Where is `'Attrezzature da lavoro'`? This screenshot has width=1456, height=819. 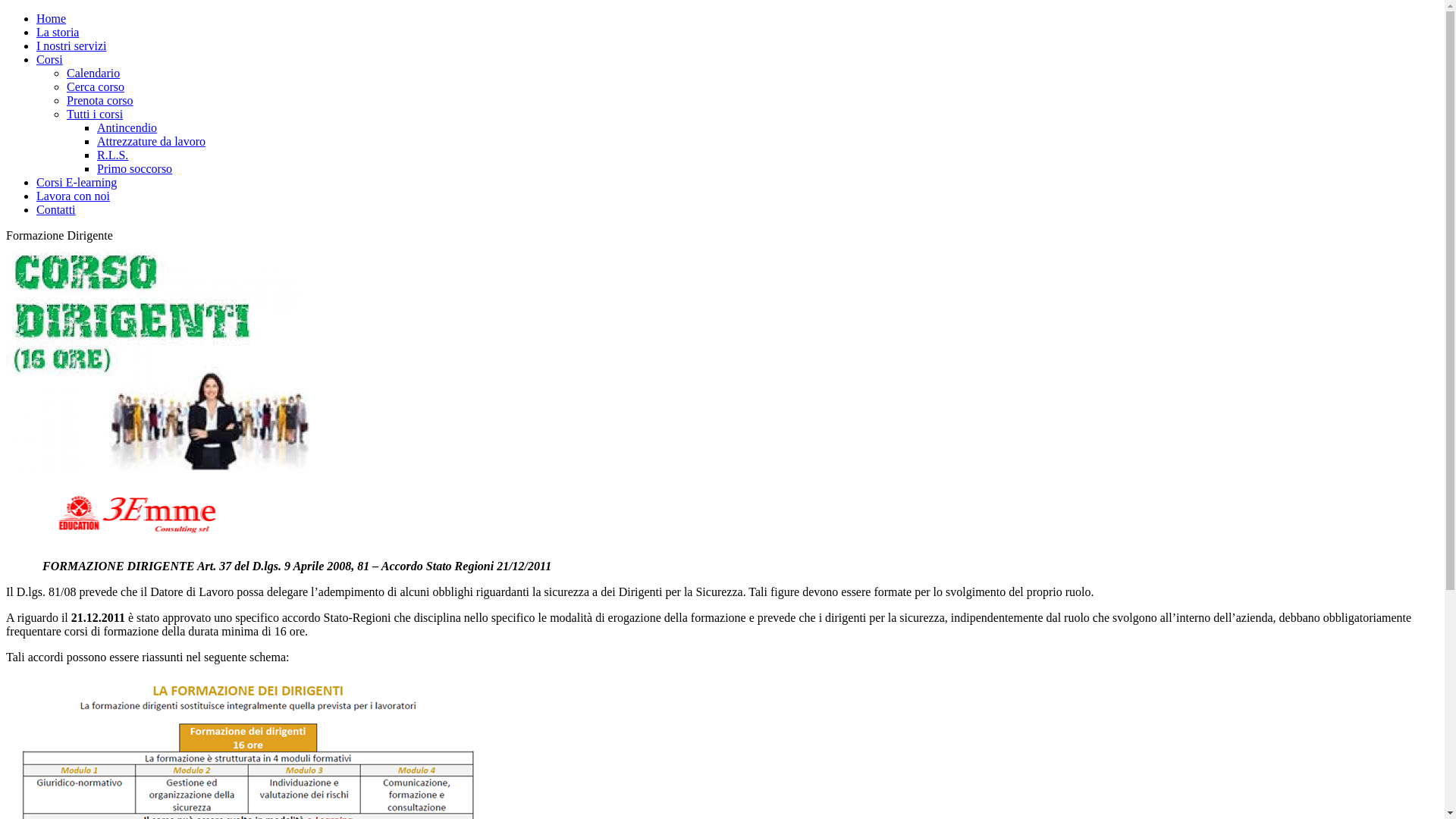 'Attrezzature da lavoro' is located at coordinates (151, 141).